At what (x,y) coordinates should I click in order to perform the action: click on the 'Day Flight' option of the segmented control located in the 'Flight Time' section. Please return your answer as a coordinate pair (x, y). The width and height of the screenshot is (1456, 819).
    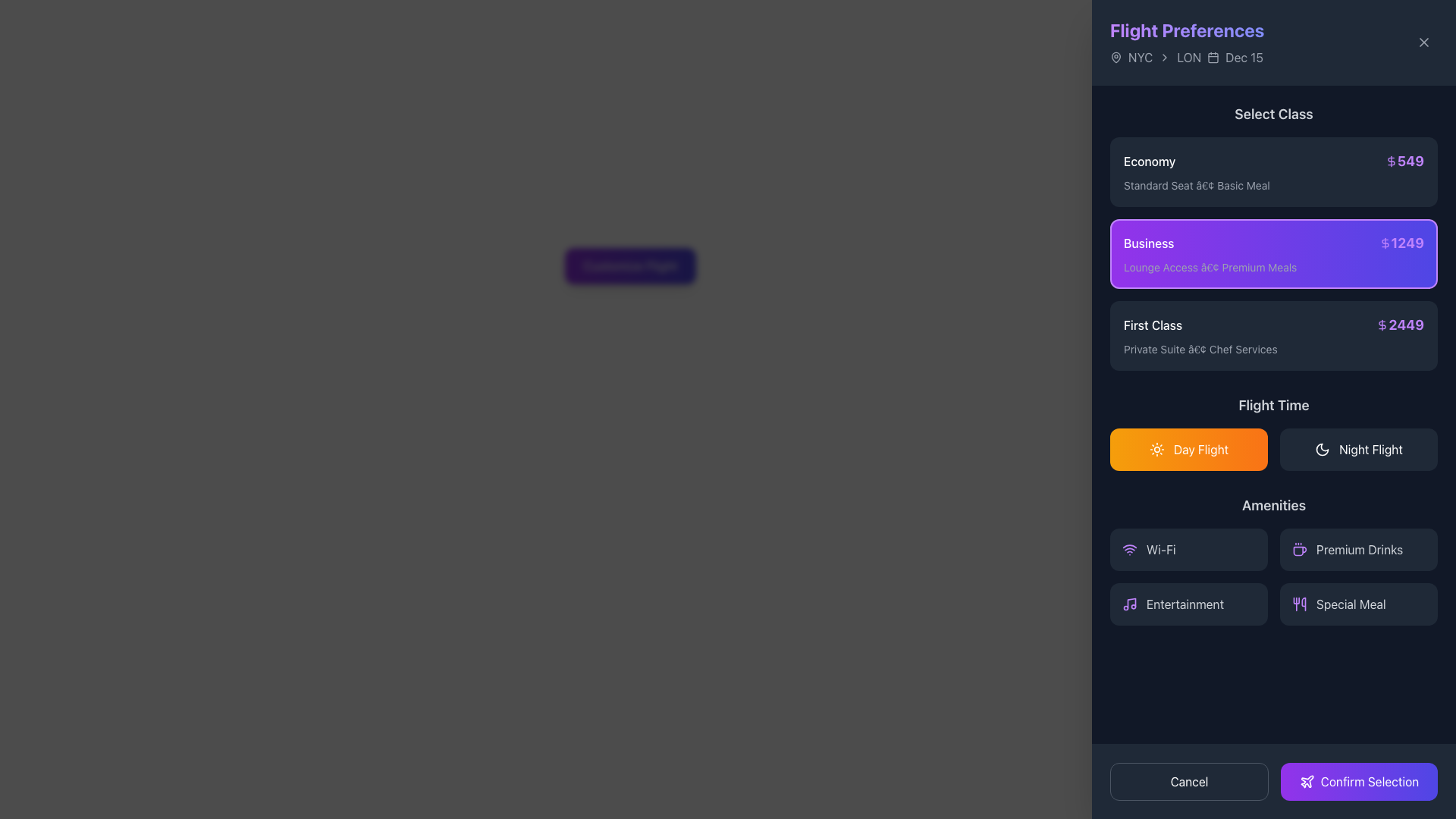
    Looking at the image, I should click on (1274, 449).